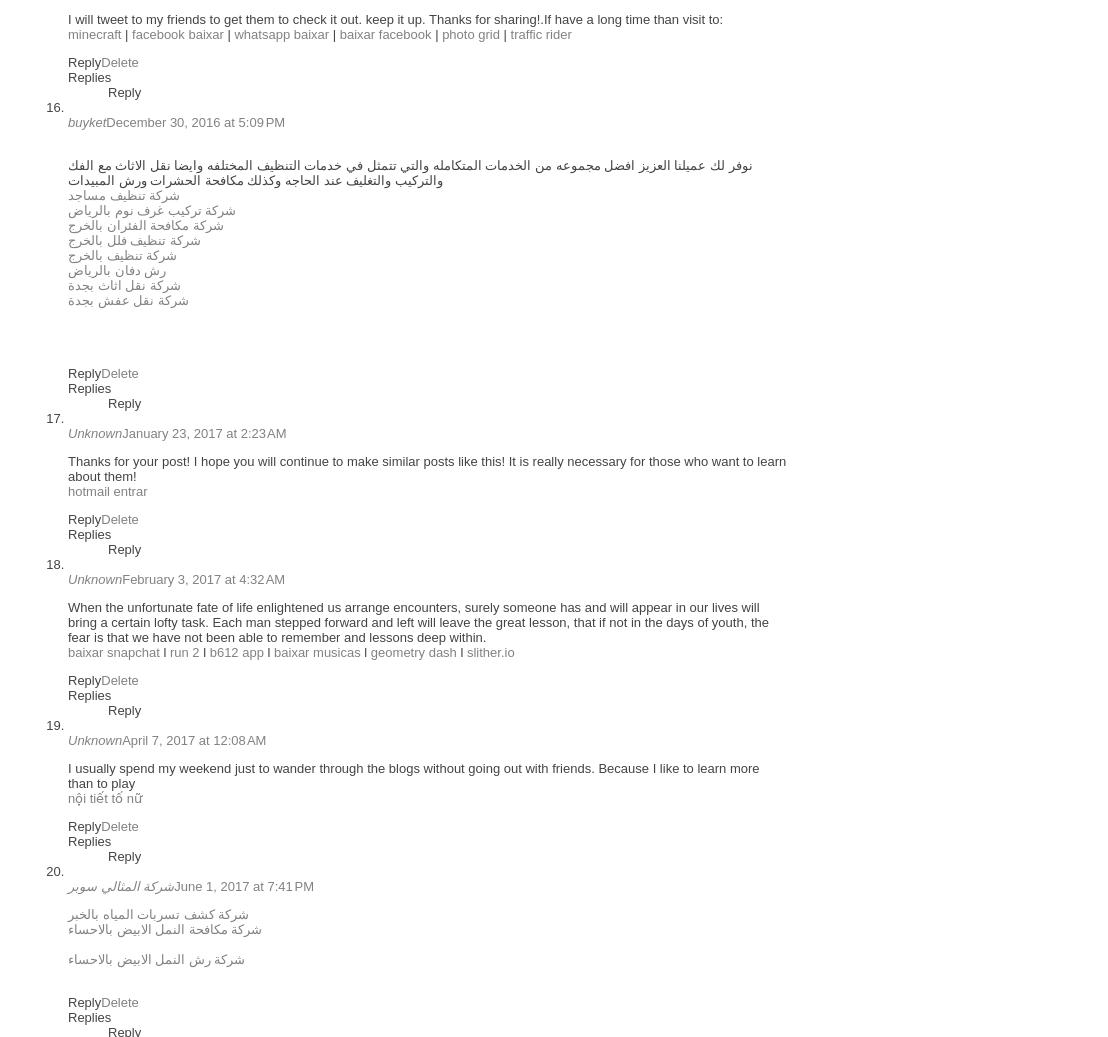  Describe the element at coordinates (470, 33) in the screenshot. I see `'photo grid'` at that location.